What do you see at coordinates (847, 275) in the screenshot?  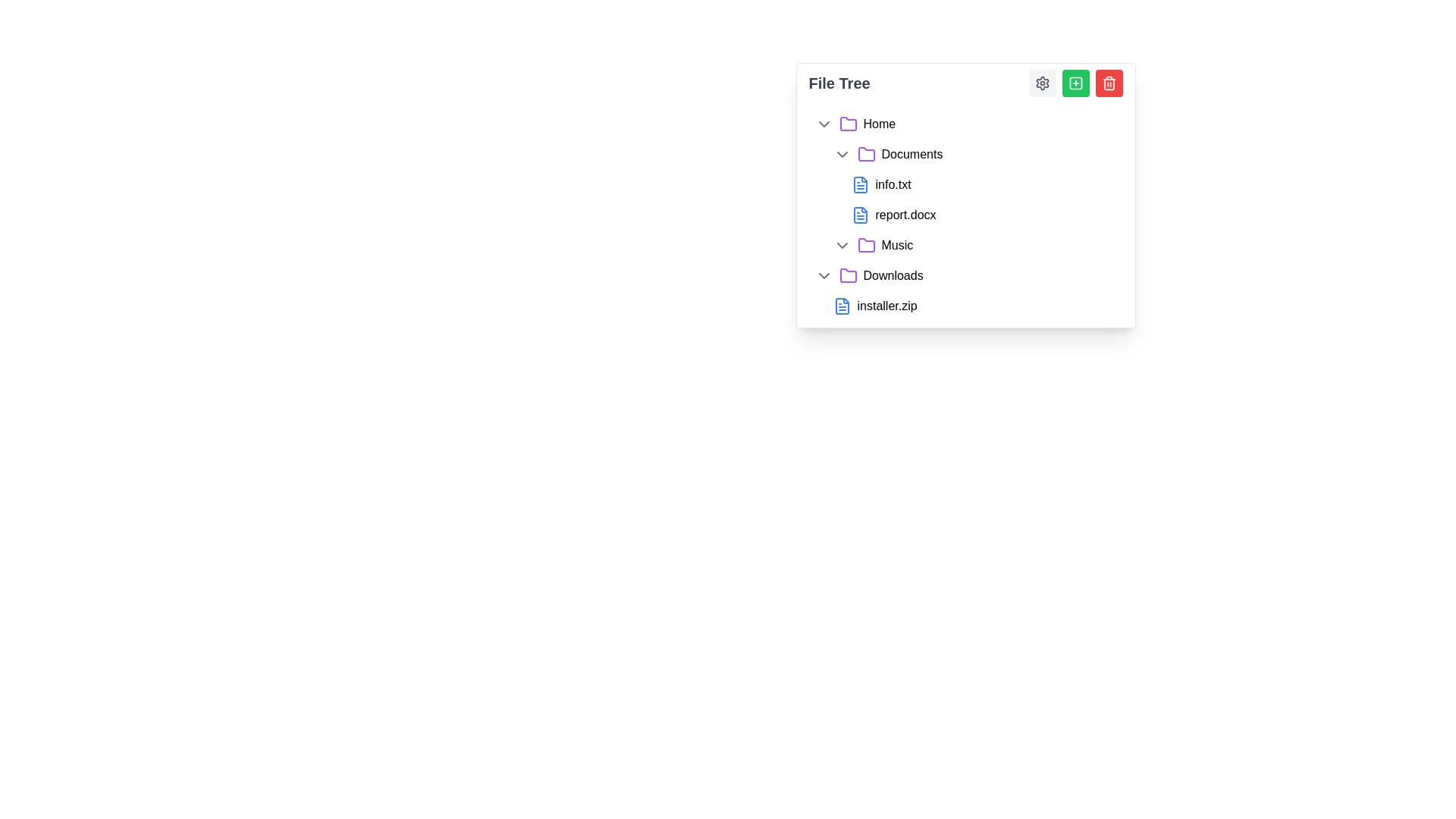 I see `the 'Downloads' folder icon in the file tree` at bounding box center [847, 275].